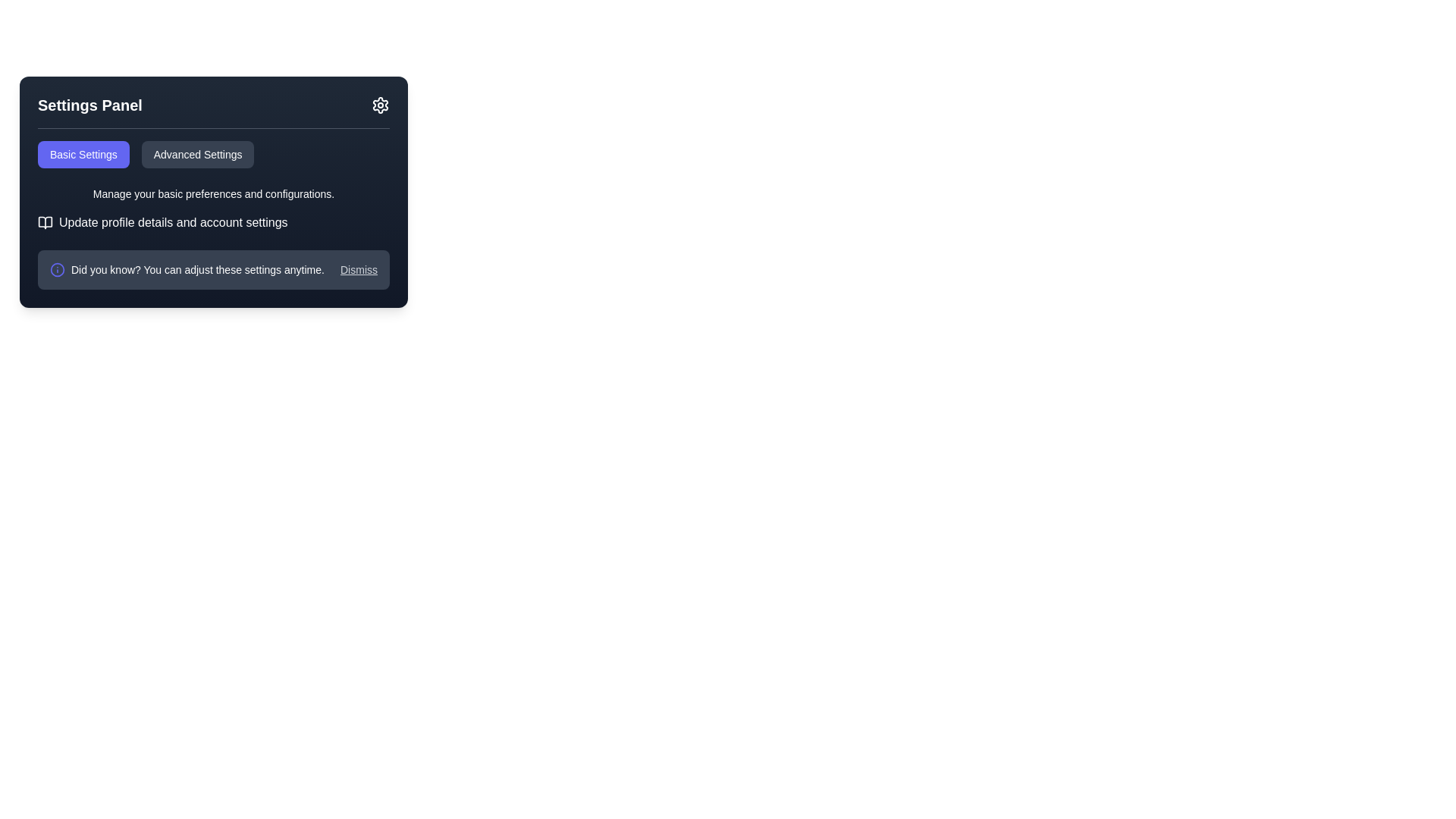  I want to click on the book icon representing documentation or user preferences located on the left side of the interface, above the text for updating profile details, so click(45, 222).